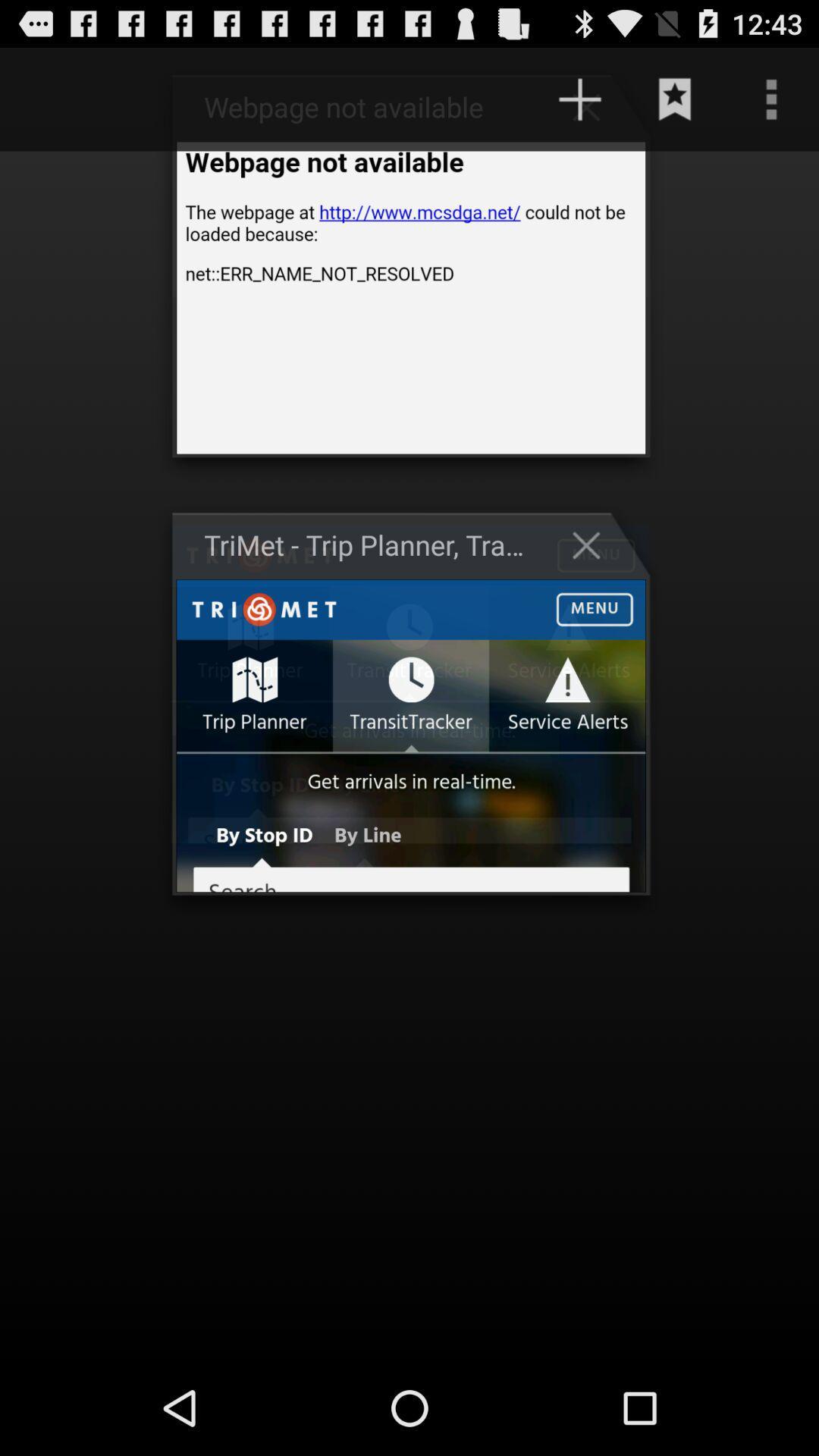 Image resolution: width=819 pixels, height=1456 pixels. Describe the element at coordinates (675, 105) in the screenshot. I see `the bookmark icon` at that location.